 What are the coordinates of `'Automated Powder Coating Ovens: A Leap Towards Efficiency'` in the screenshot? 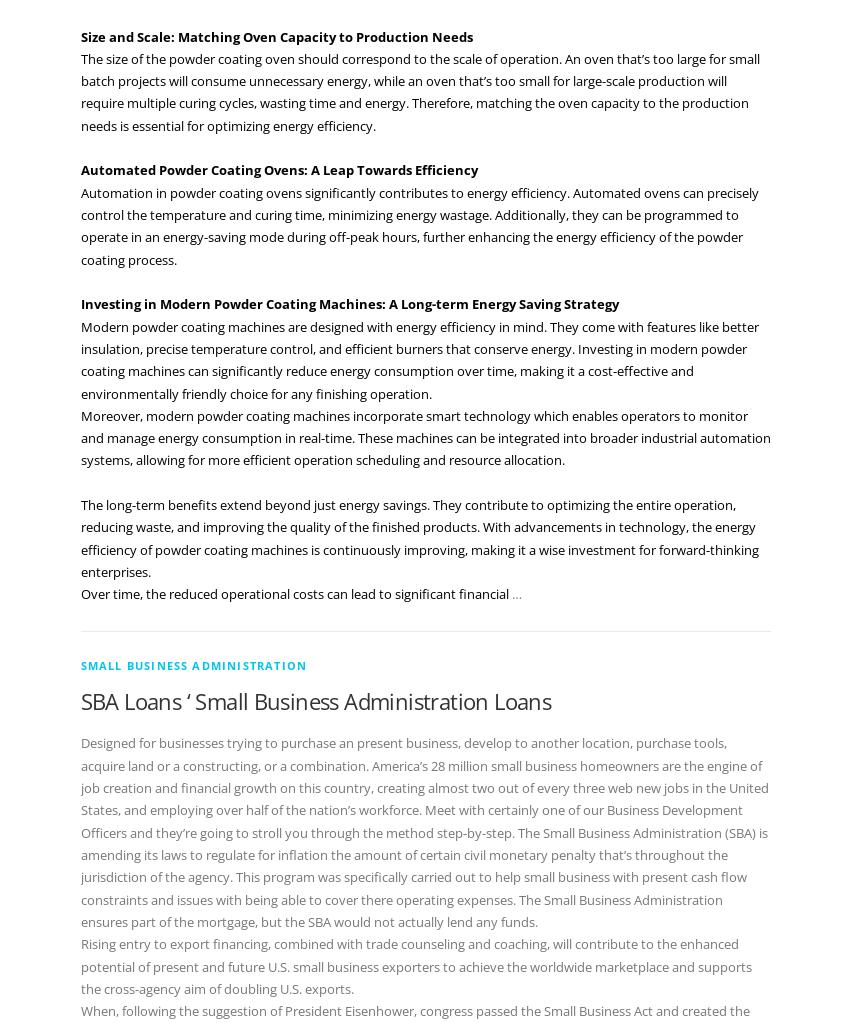 It's located at (278, 170).